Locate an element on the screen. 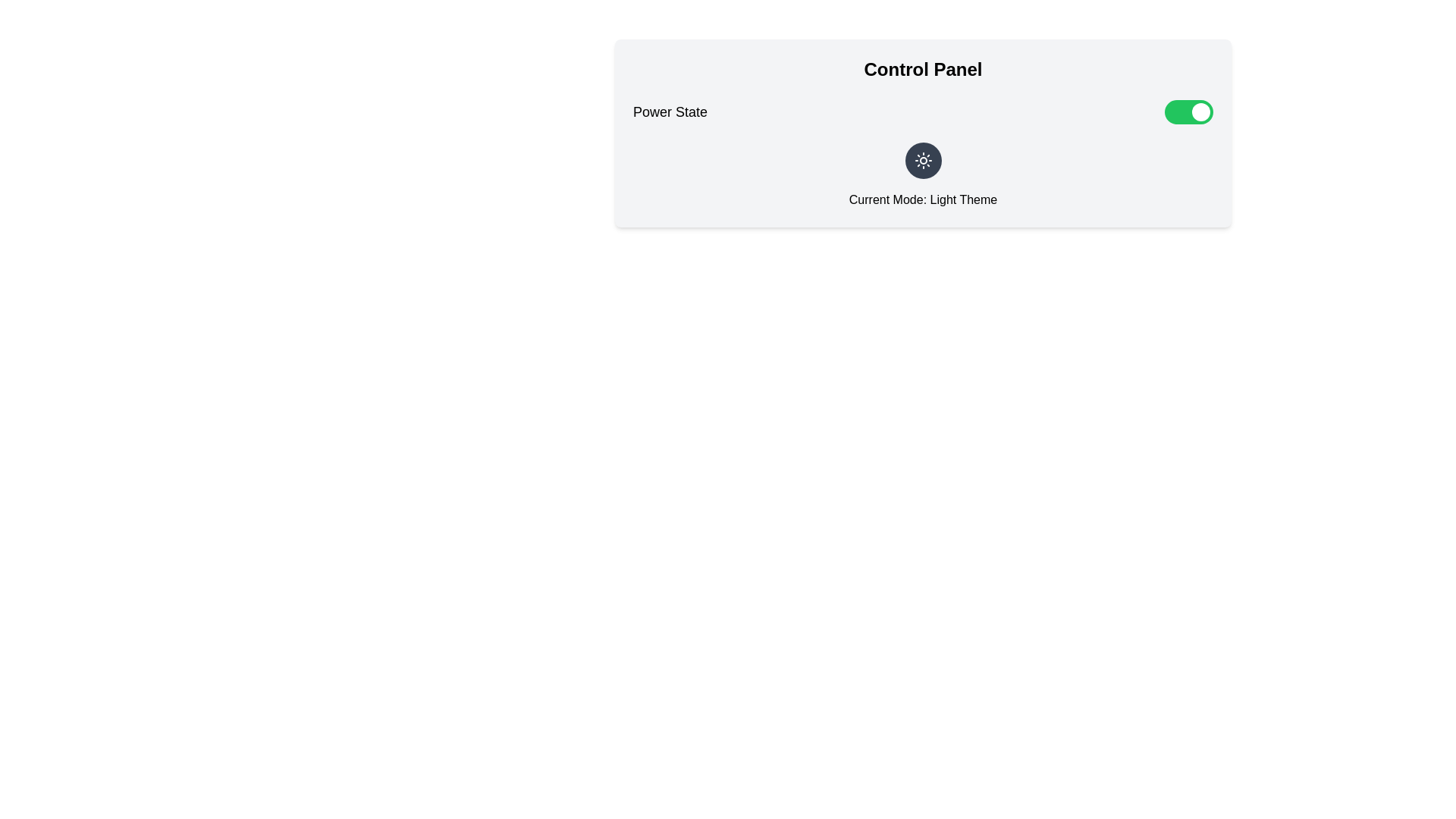 The height and width of the screenshot is (819, 1456). the static text label that indicates the function of the adjacent toggle switch, located to the left of the toggle switch and aligned horizontally with other elements is located at coordinates (669, 111).